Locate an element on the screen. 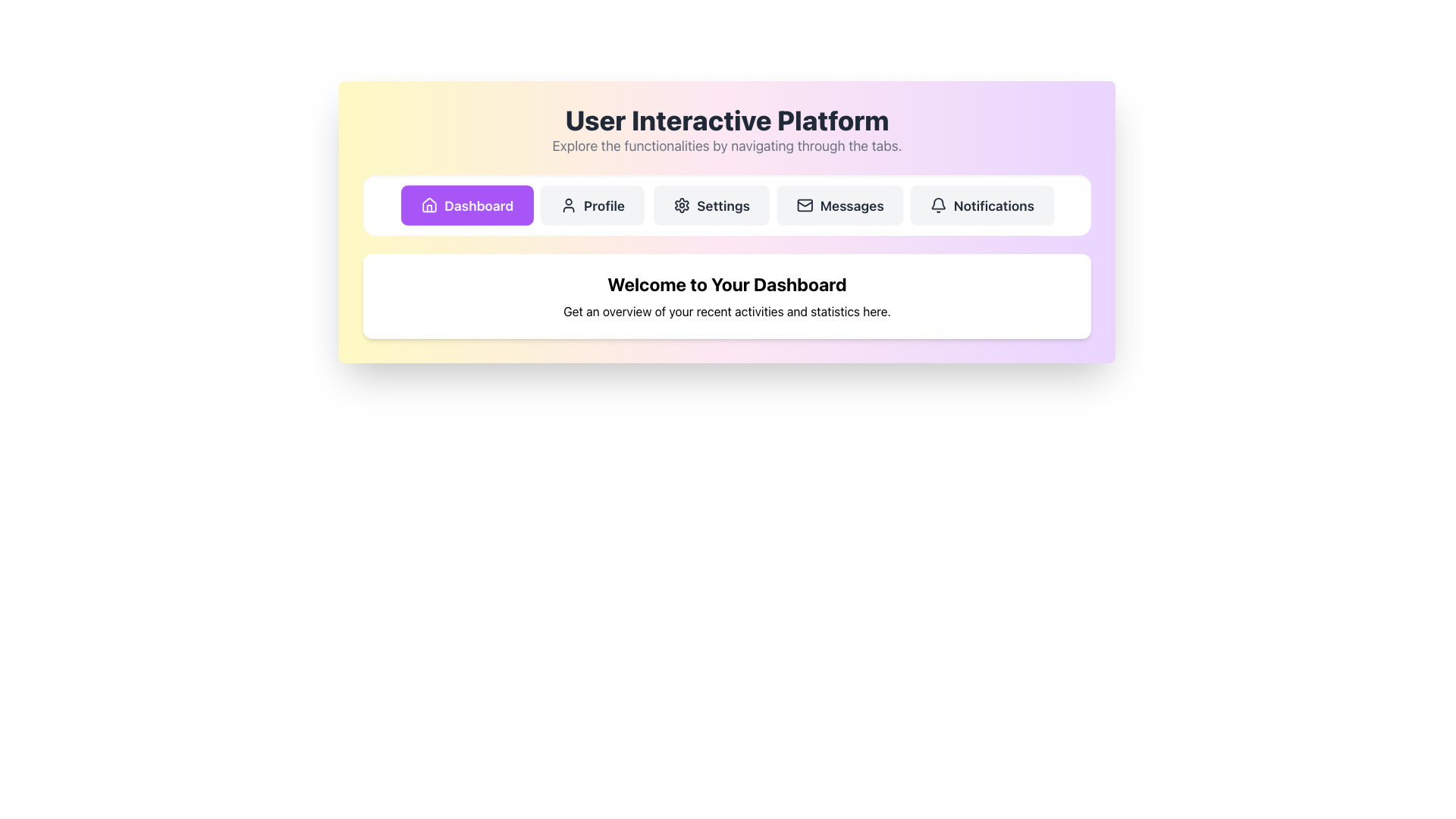 The height and width of the screenshot is (819, 1456). the descriptive text that reads 'Explore the functionalities by navigating through the tabs.' which is styled in a large gray font and positioned beneath the headline 'User Interactive Platform' is located at coordinates (726, 146).